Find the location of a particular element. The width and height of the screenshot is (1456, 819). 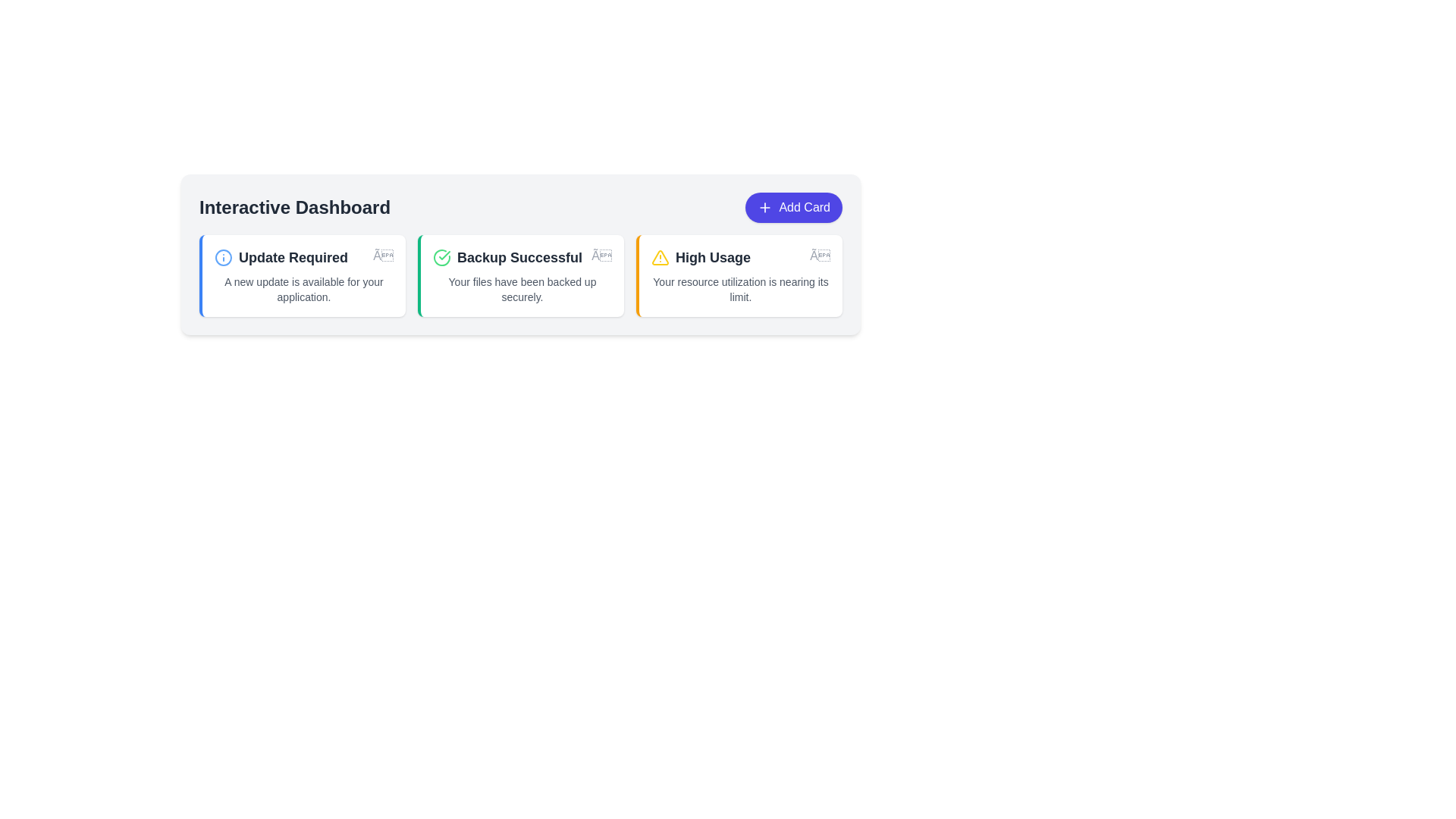

the state of the 'Backup Successful' icon located in the second card of a row of three cards, positioned to the left of the title text is located at coordinates (441, 256).